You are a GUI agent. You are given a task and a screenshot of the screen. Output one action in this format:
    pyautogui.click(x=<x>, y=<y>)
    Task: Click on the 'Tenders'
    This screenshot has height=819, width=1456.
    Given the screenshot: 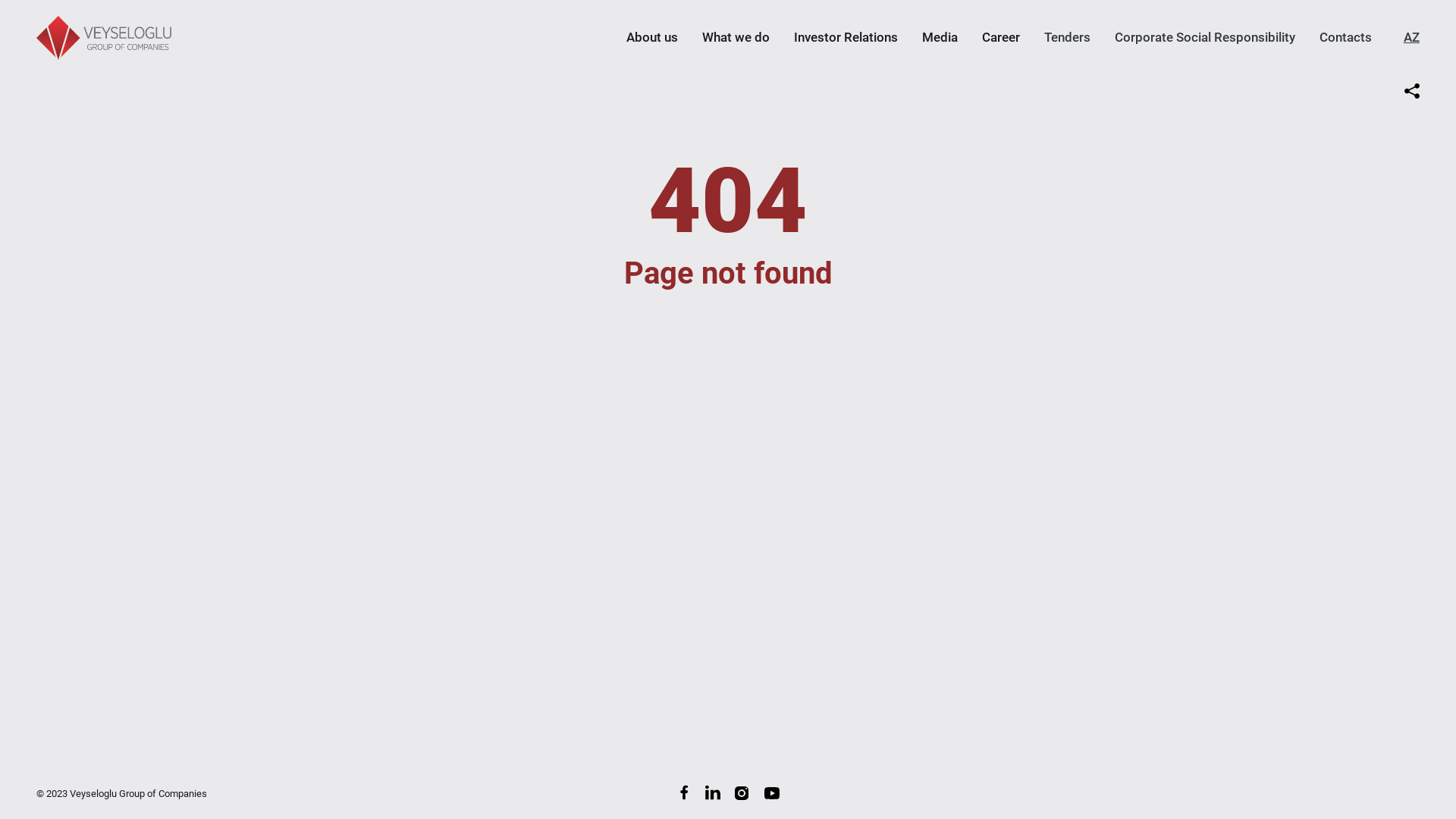 What is the action you would take?
    pyautogui.click(x=1066, y=36)
    